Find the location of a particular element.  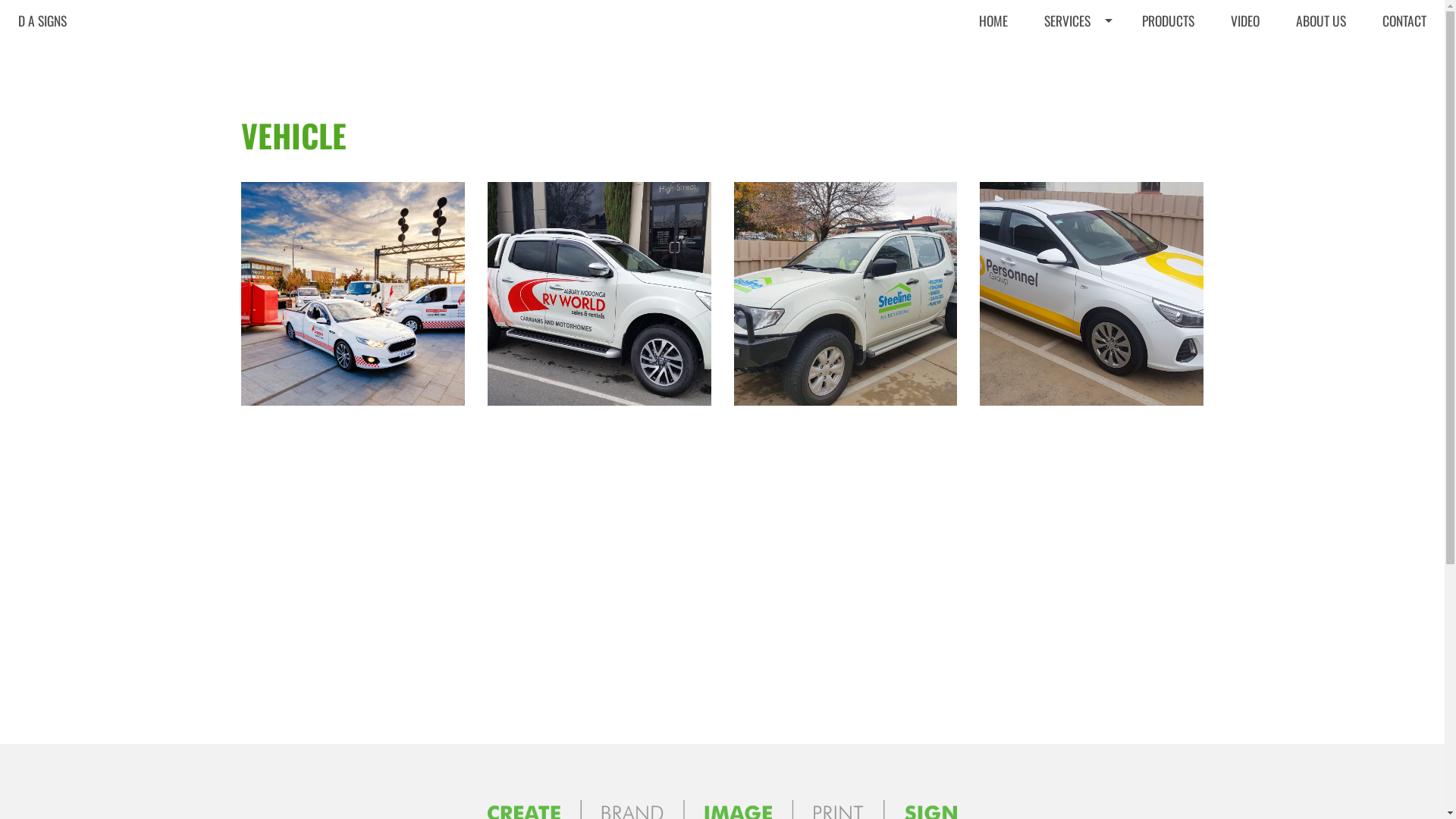

'HOME' is located at coordinates (993, 20).